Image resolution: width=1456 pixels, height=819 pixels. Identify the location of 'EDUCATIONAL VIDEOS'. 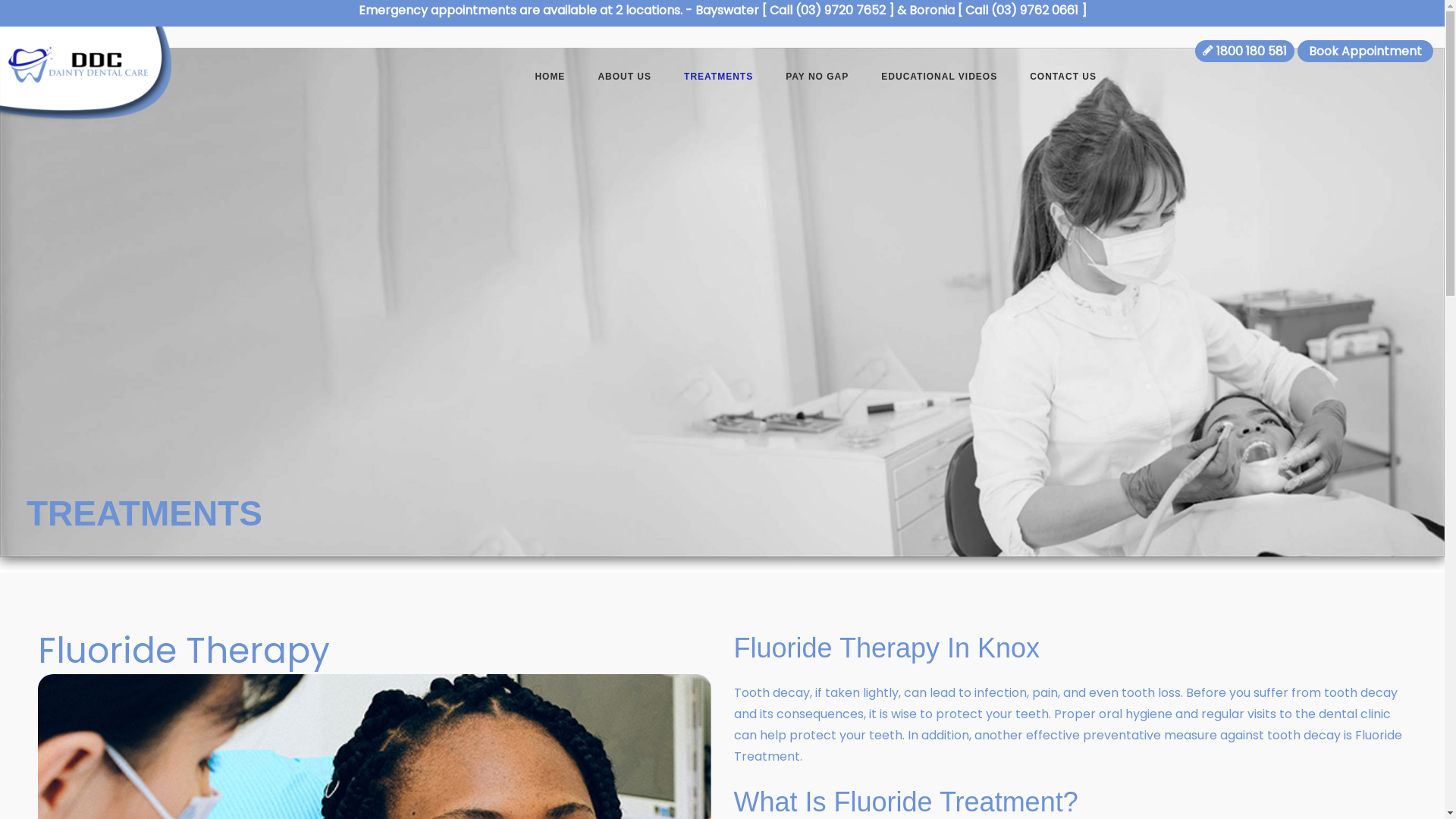
(938, 78).